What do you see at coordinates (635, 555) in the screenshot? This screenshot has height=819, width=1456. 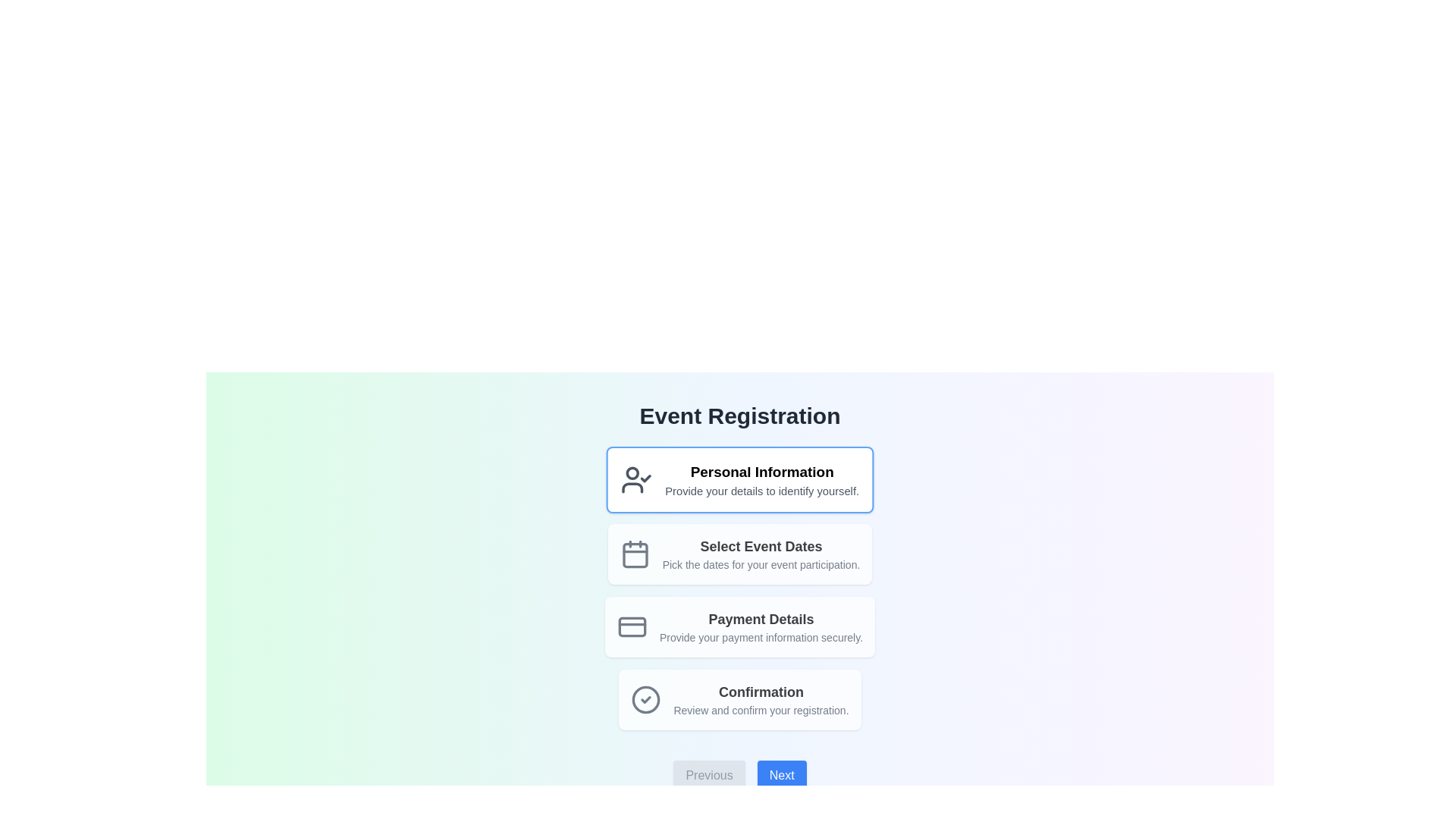 I see `the calendar icon representing the second step titled 'Select Event Dates' in the progress list` at bounding box center [635, 555].